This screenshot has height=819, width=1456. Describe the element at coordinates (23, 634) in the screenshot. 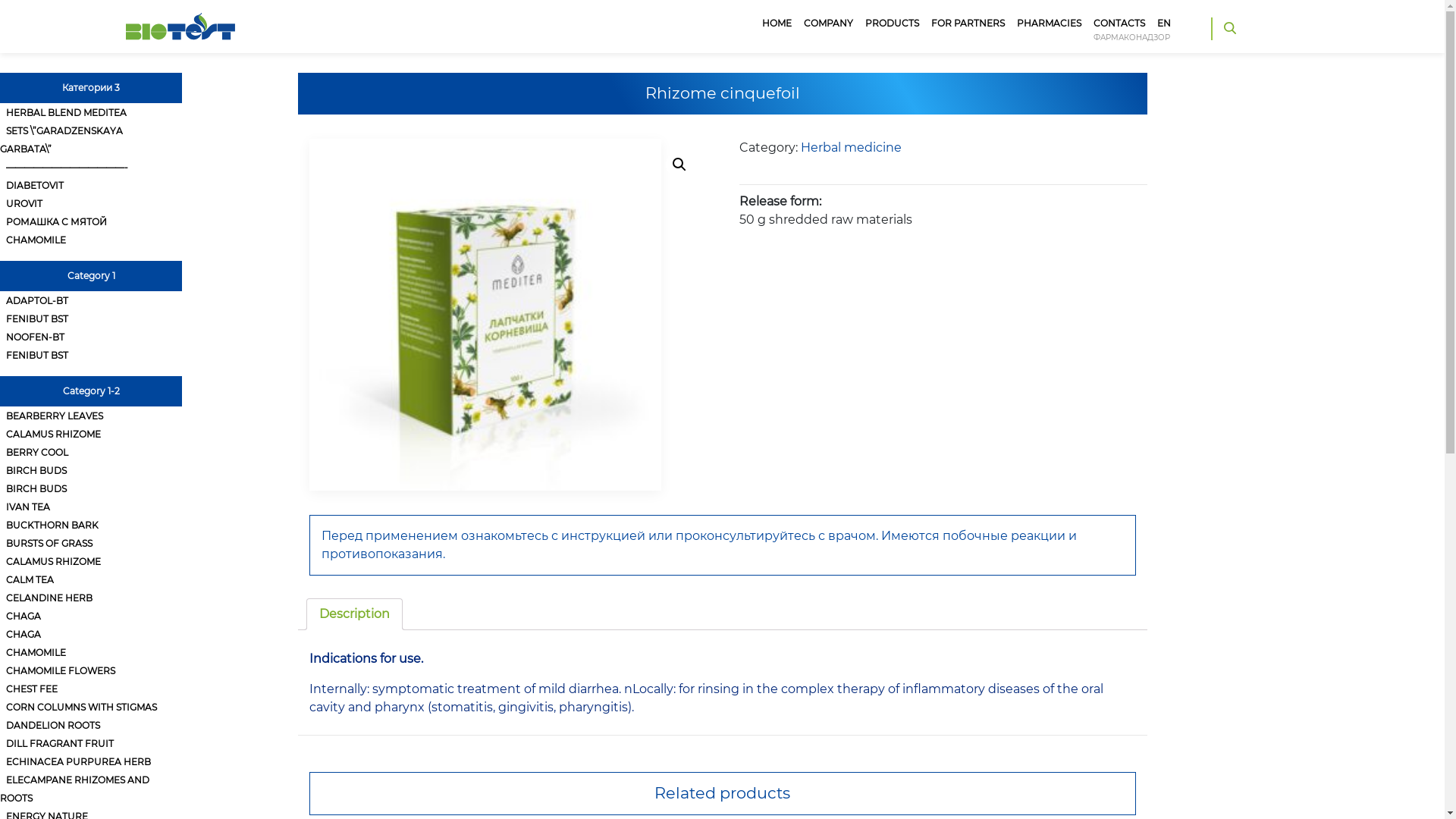

I see `'CHAGA'` at that location.